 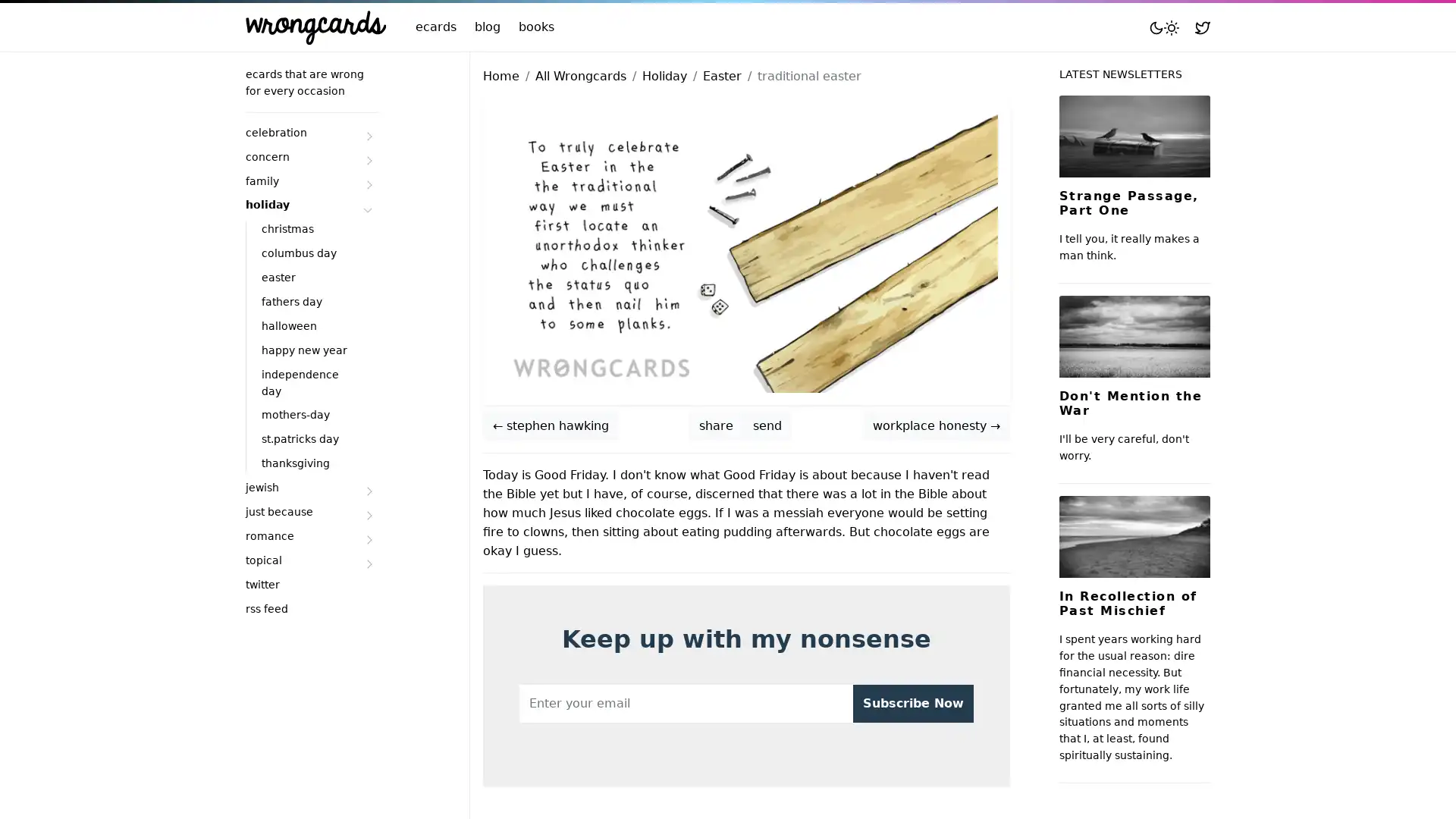 I want to click on share, so click(x=715, y=425).